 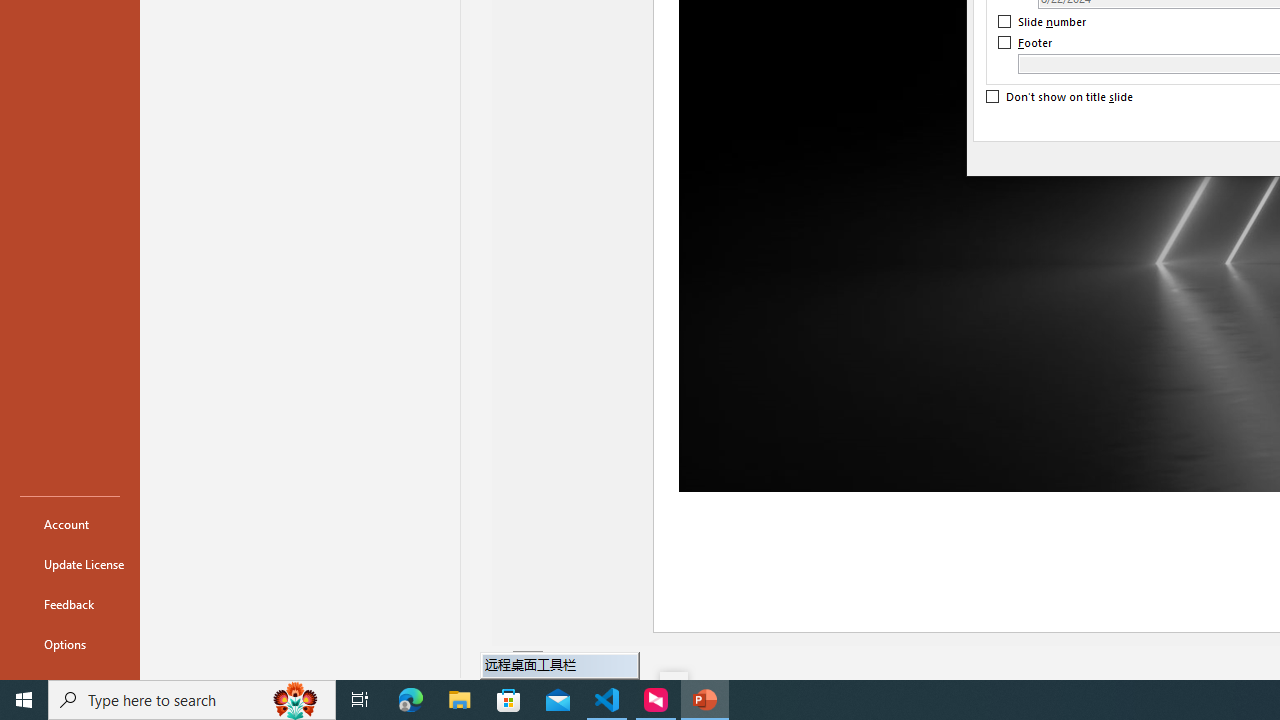 I want to click on 'Microsoft Edge', so click(x=410, y=698).